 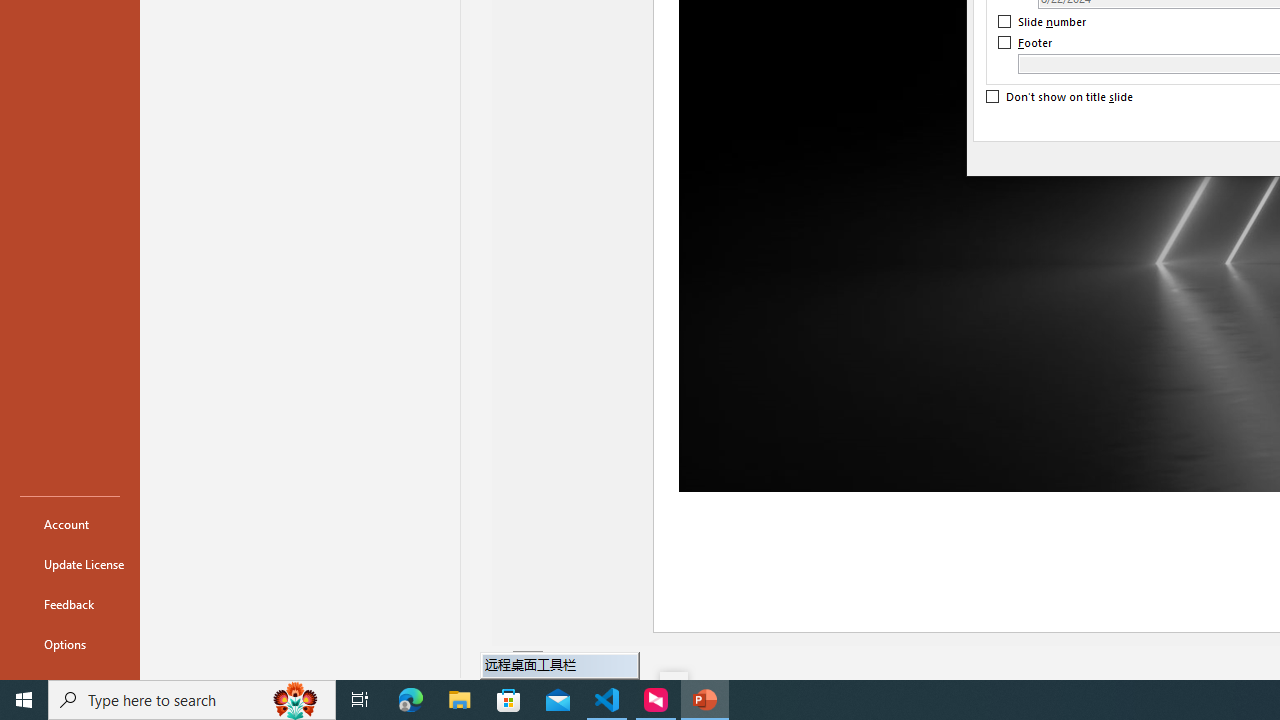 I want to click on 'Microsoft Edge', so click(x=410, y=698).